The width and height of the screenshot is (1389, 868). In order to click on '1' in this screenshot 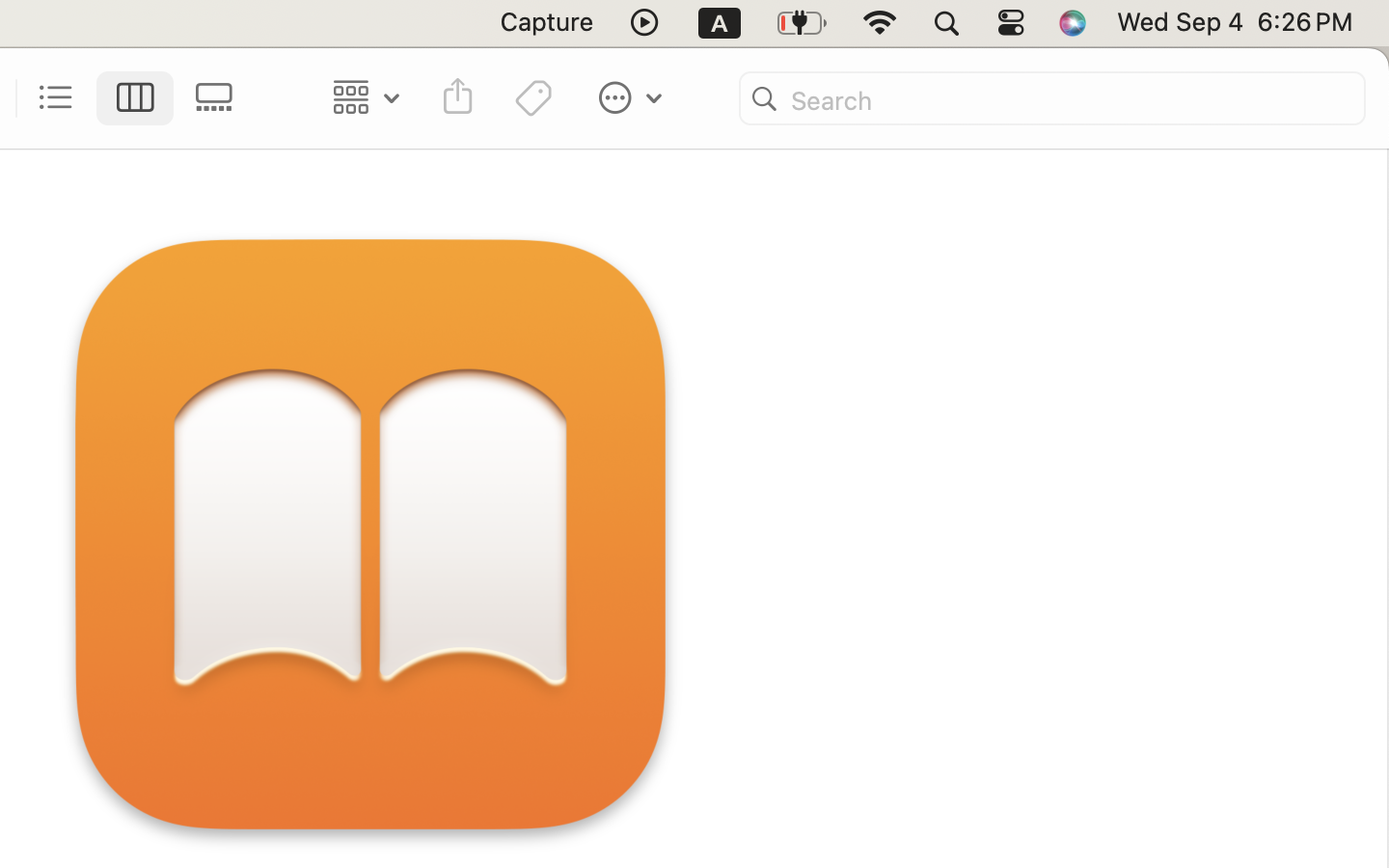, I will do `click(134, 96)`.